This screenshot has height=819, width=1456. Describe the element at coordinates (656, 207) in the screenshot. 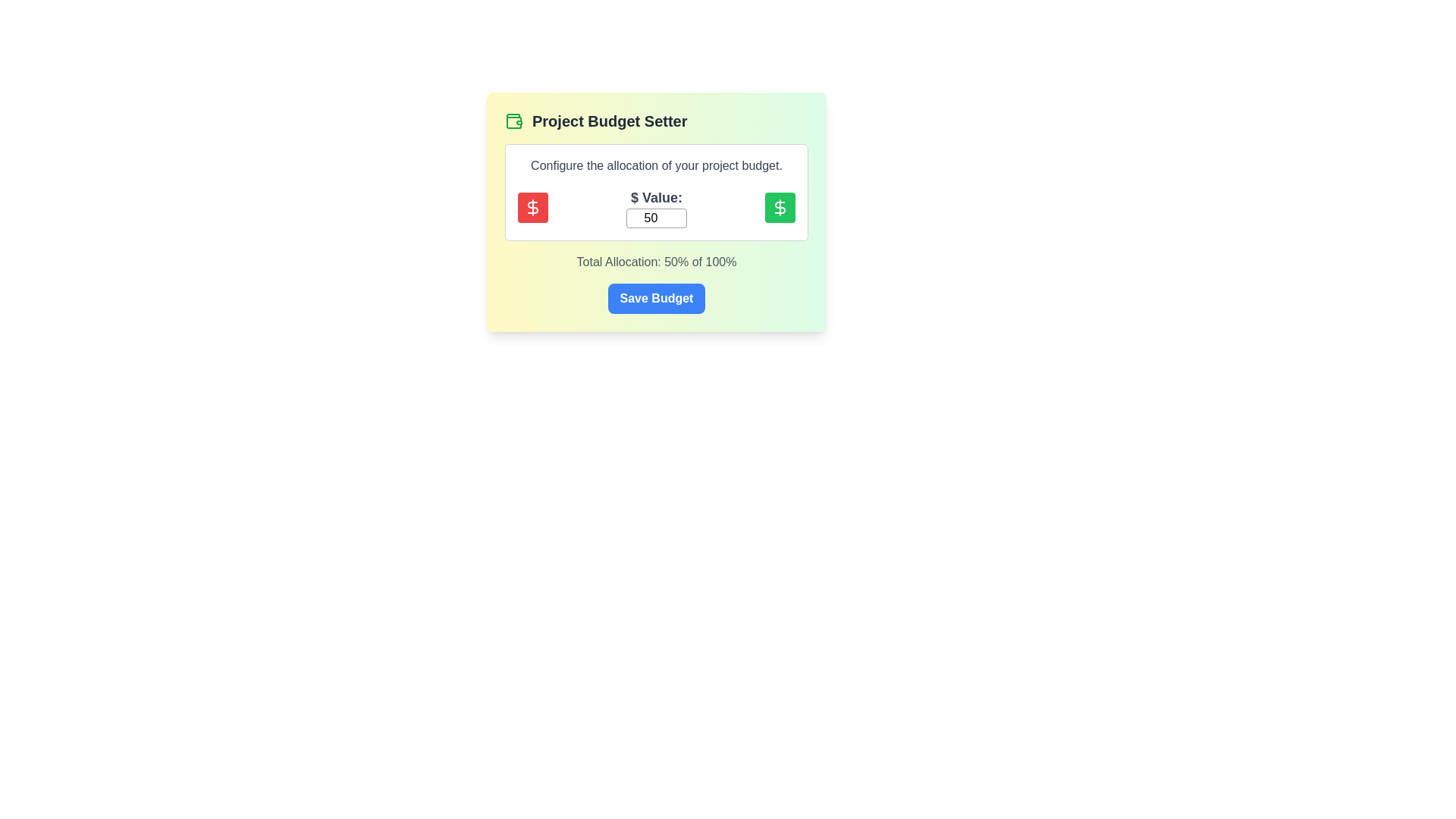

I see `the label displaying '$ Value:' which serves as the header for the numeric input field, positioned centrally between a red button on the left and a green button on the right` at that location.